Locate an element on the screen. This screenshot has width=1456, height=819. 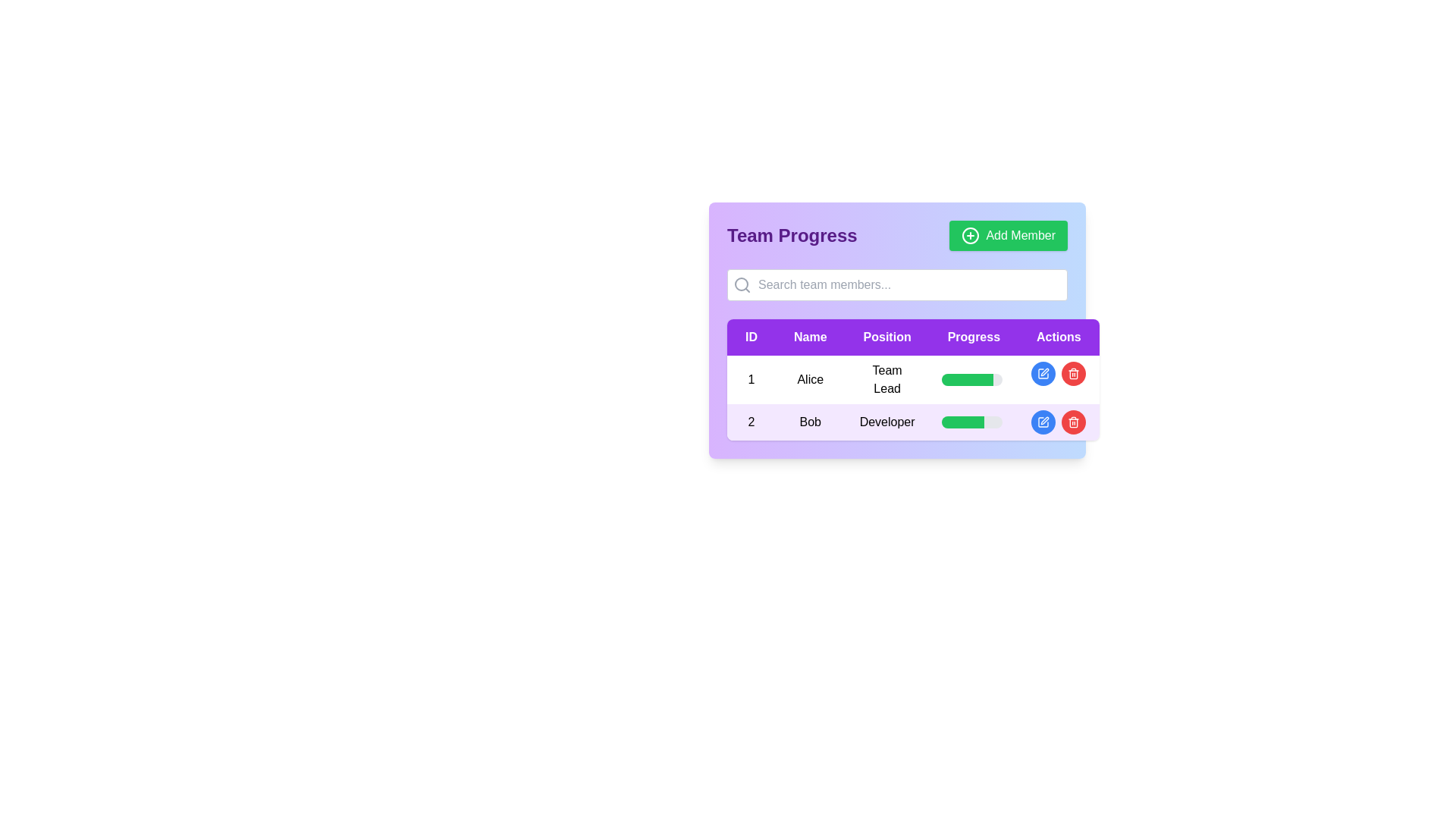
the first button in the 'Actions' column of the row corresponding to 'Bob' to edit the entry details is located at coordinates (1044, 421).